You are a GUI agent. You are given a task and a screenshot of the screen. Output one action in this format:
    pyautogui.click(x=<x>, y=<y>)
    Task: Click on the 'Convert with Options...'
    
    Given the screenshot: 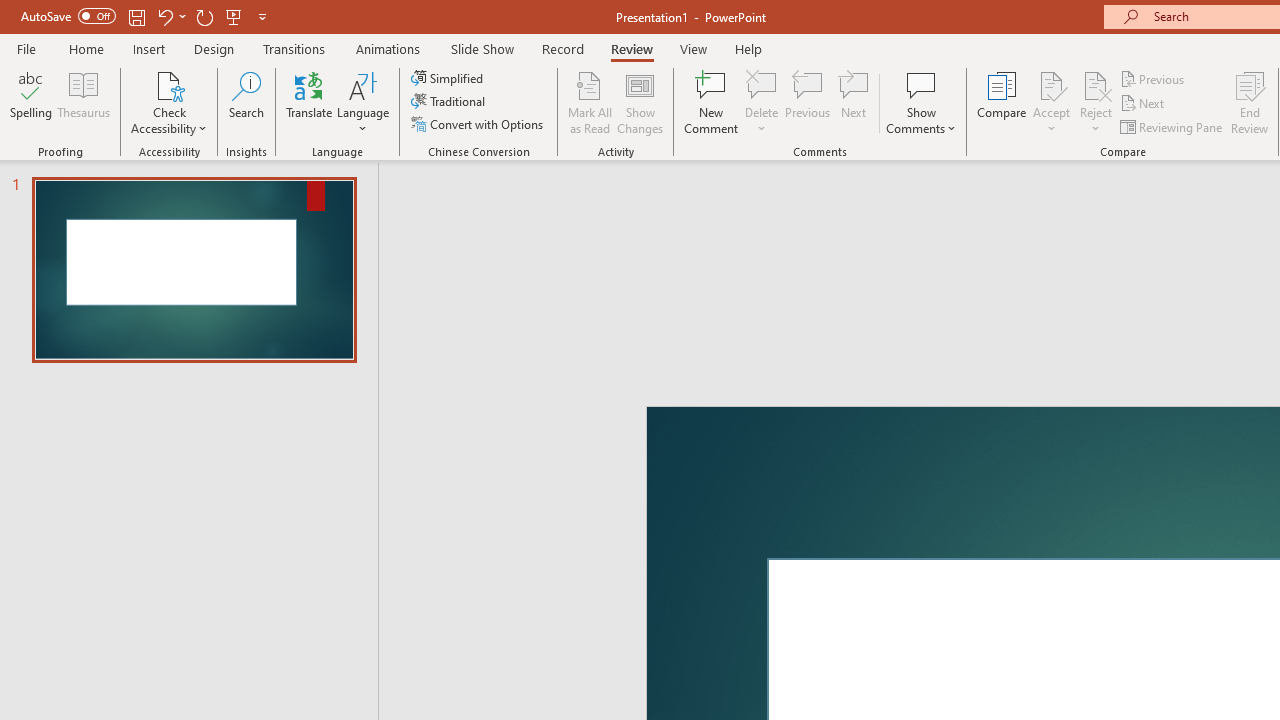 What is the action you would take?
    pyautogui.click(x=478, y=124)
    